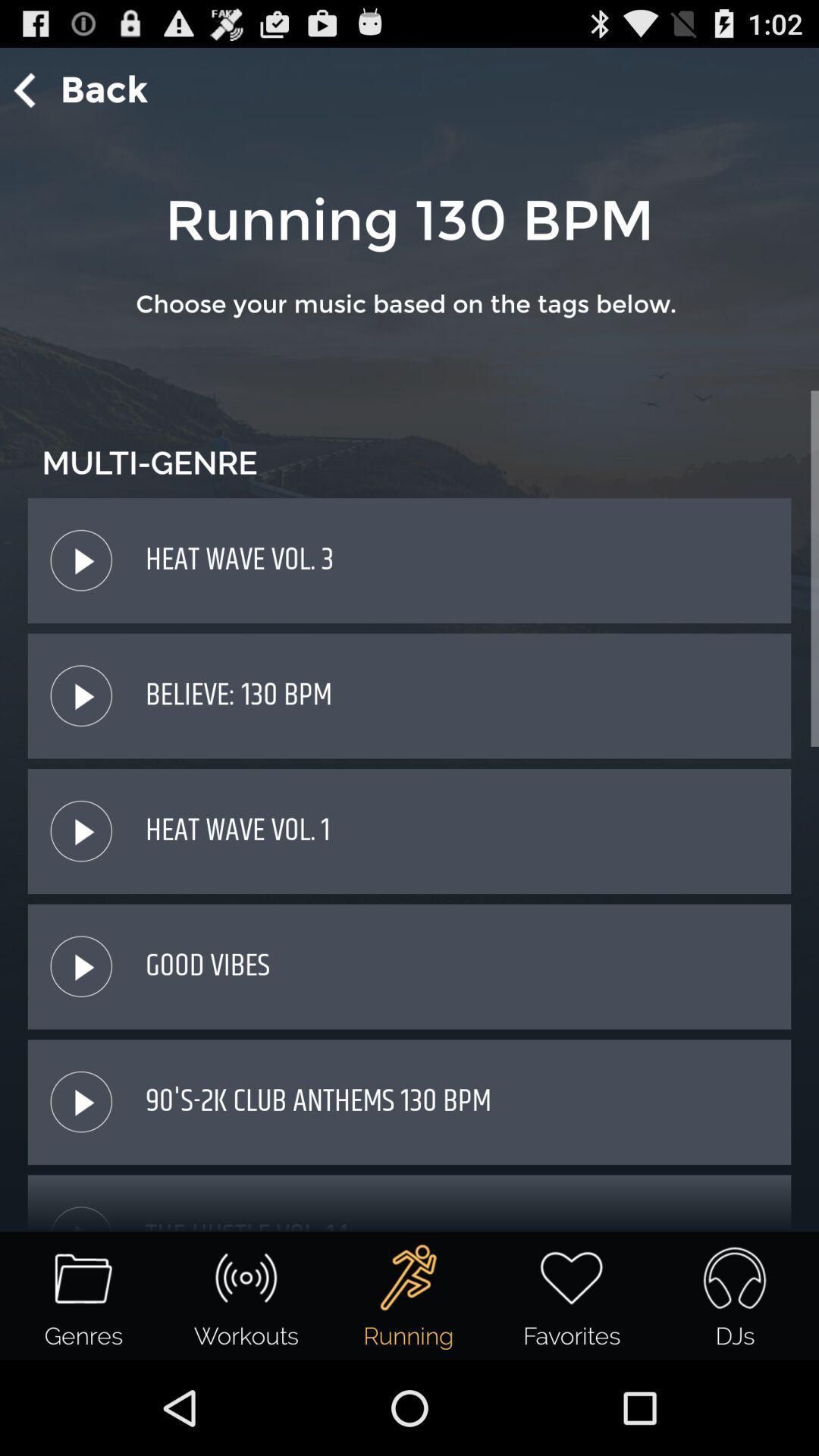 This screenshot has height=1456, width=819. What do you see at coordinates (572, 1295) in the screenshot?
I see `the favourites icon which is at the bottom` at bounding box center [572, 1295].